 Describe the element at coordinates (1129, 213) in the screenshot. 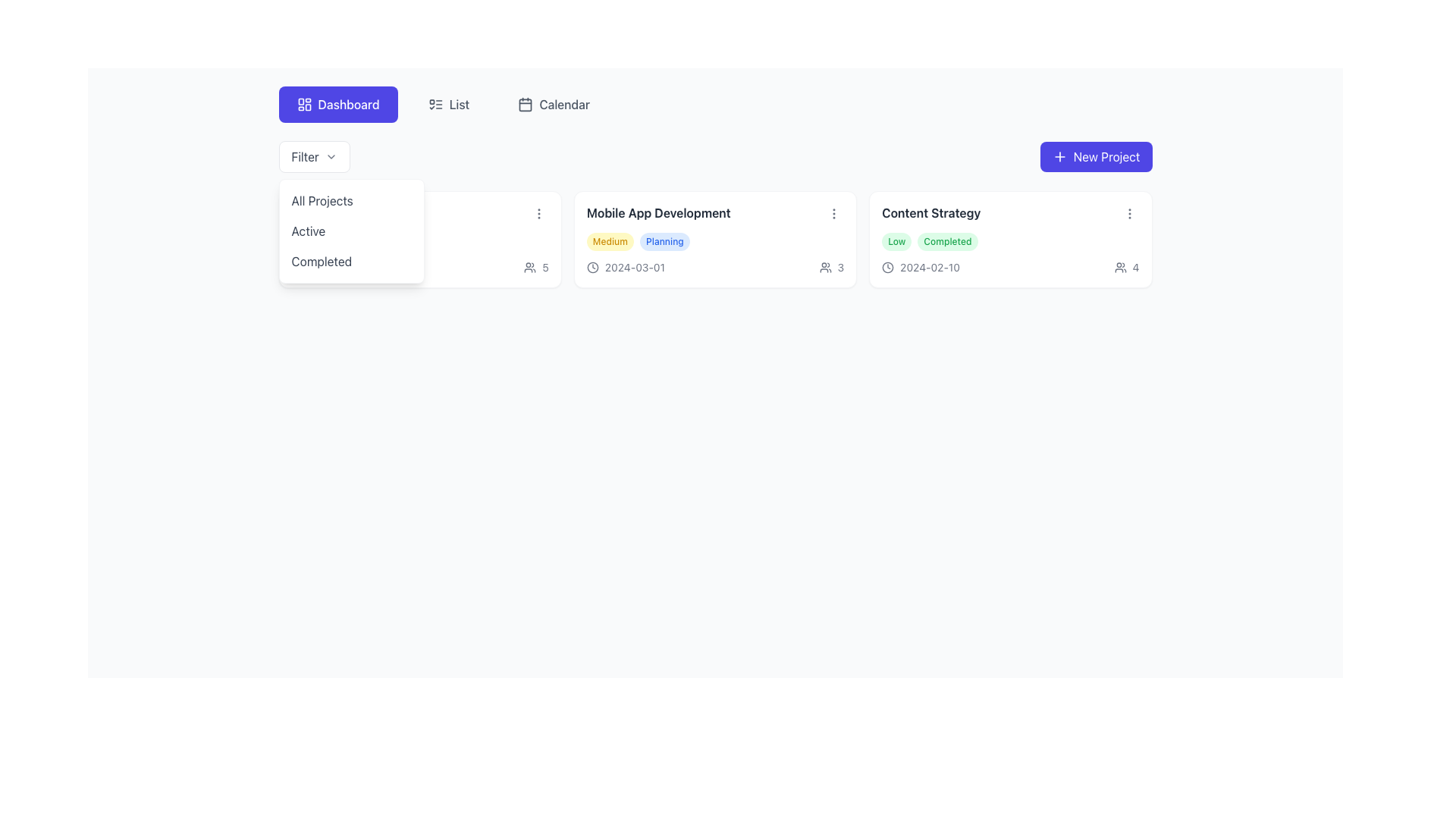

I see `the vertical ellipsis icon located at the top-right corner of the 'Content Strategy' card` at that location.